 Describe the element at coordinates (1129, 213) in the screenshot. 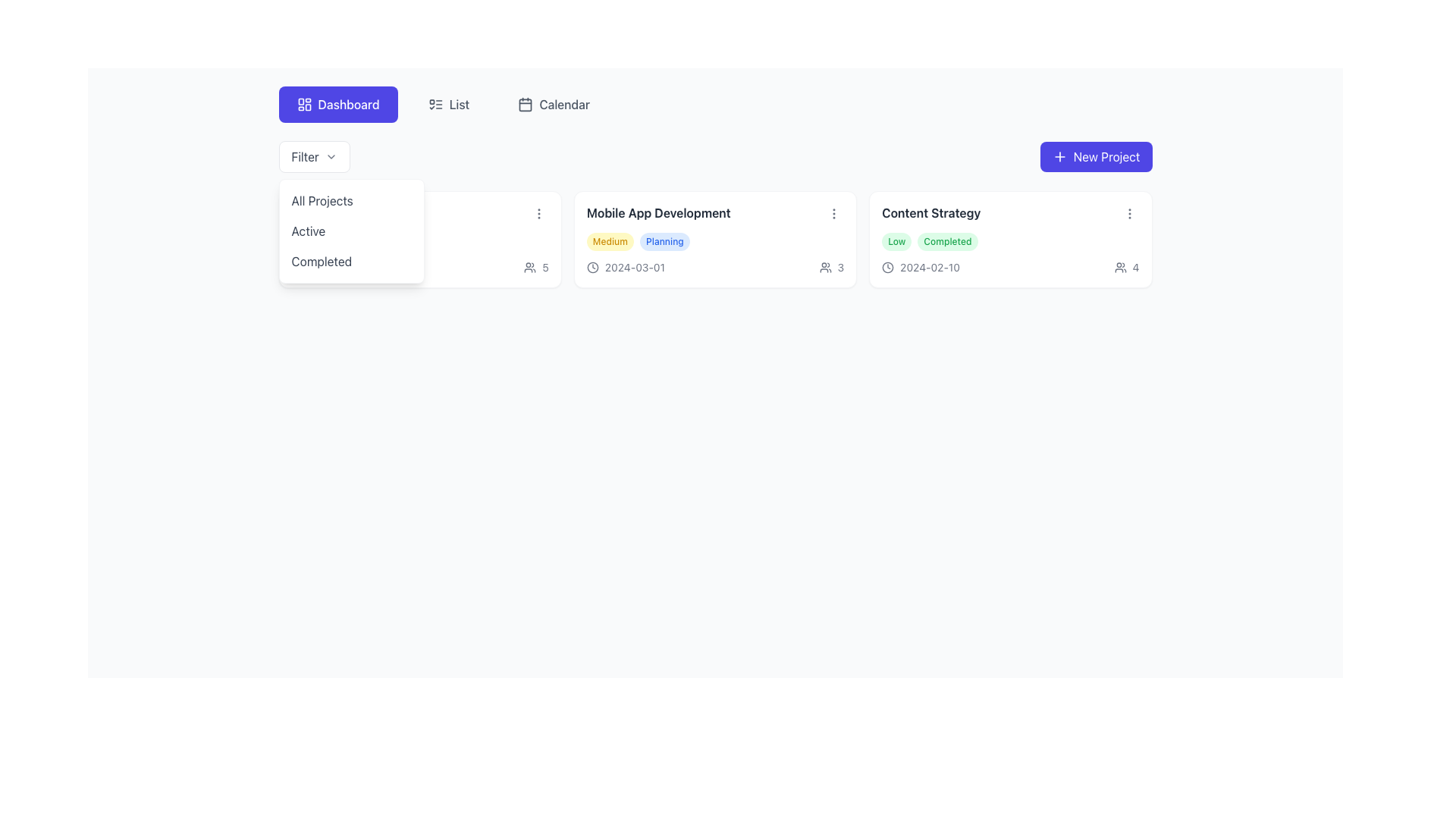

I see `the vertical ellipsis icon located at the top-right corner of the 'Content Strategy' card` at that location.